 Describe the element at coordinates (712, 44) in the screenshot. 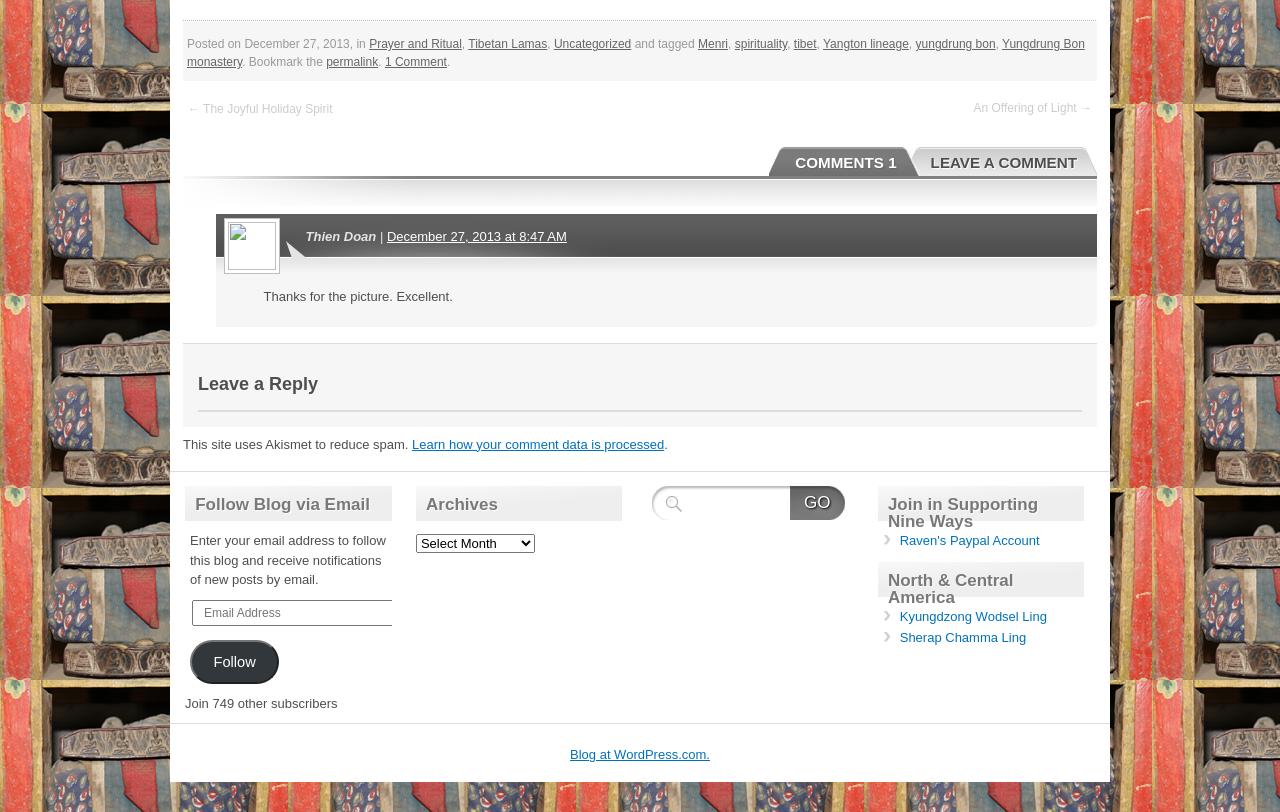

I see `'Menri'` at that location.